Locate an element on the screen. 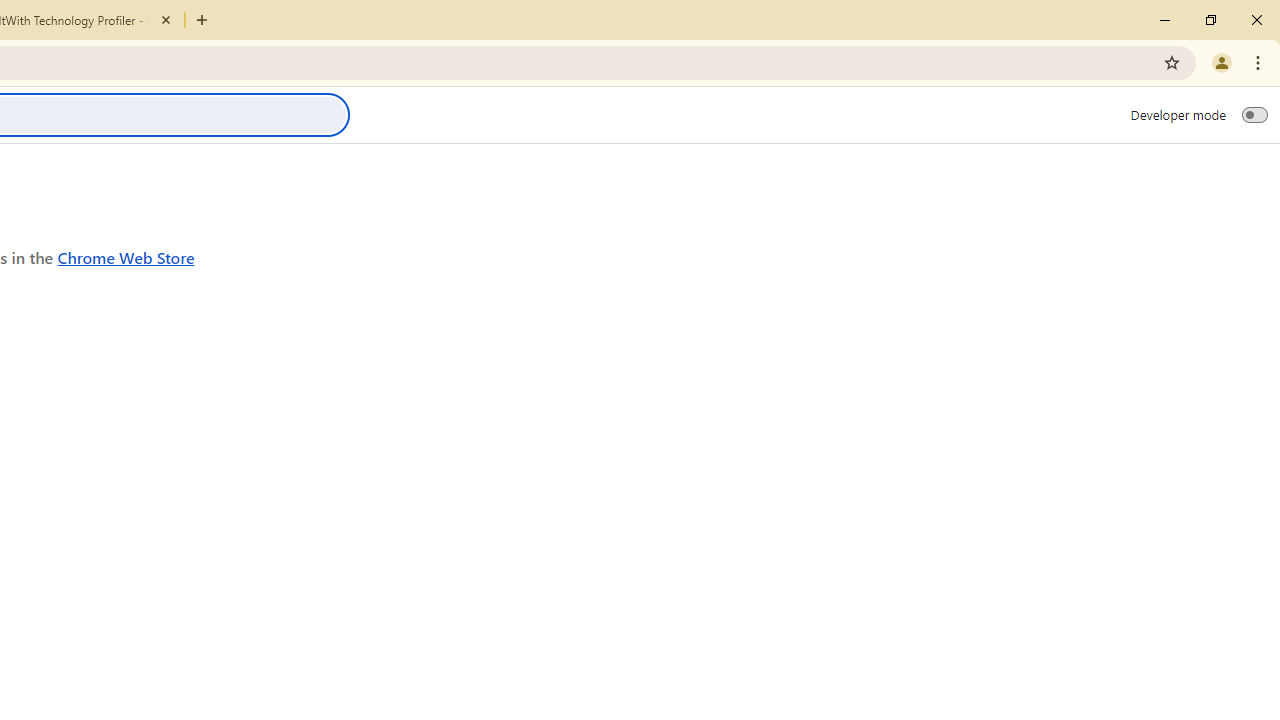 The width and height of the screenshot is (1280, 720). 'Chrome Web Store' is located at coordinates (125, 256).